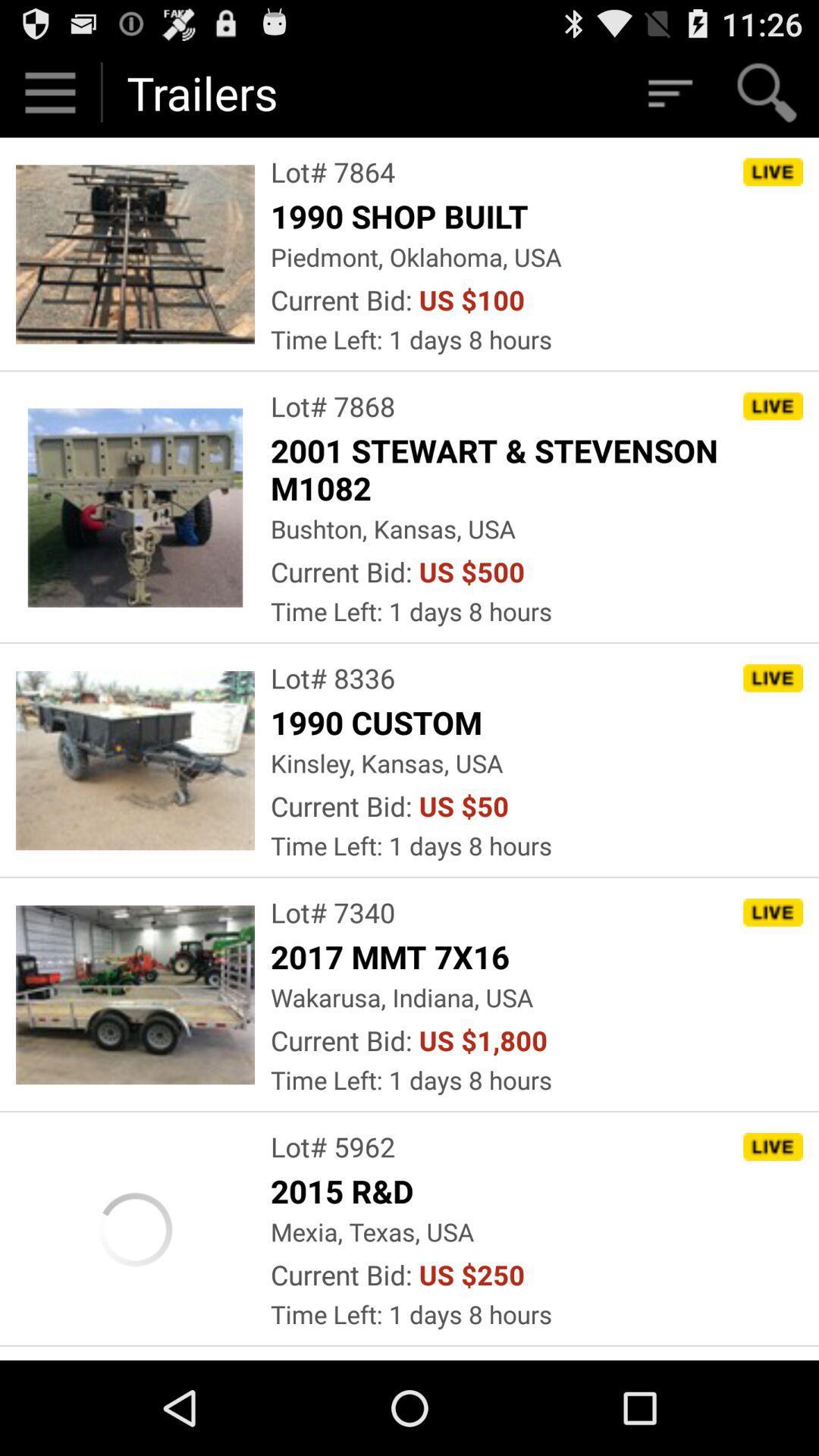 The width and height of the screenshot is (819, 1456). What do you see at coordinates (416, 256) in the screenshot?
I see `piedmont, oklahoma, usa app` at bounding box center [416, 256].